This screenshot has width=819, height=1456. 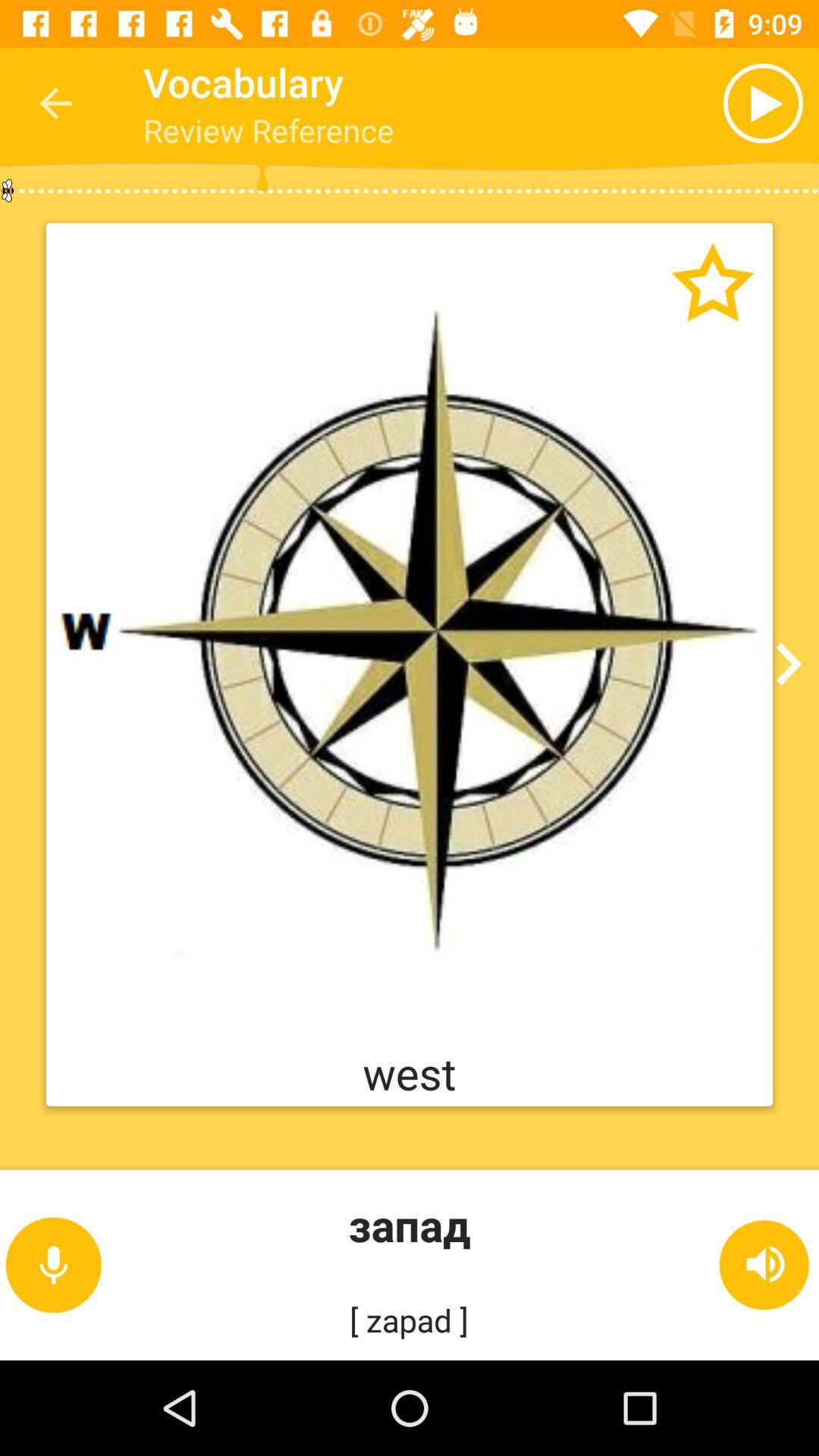 What do you see at coordinates (765, 1265) in the screenshot?
I see `the volume icon` at bounding box center [765, 1265].